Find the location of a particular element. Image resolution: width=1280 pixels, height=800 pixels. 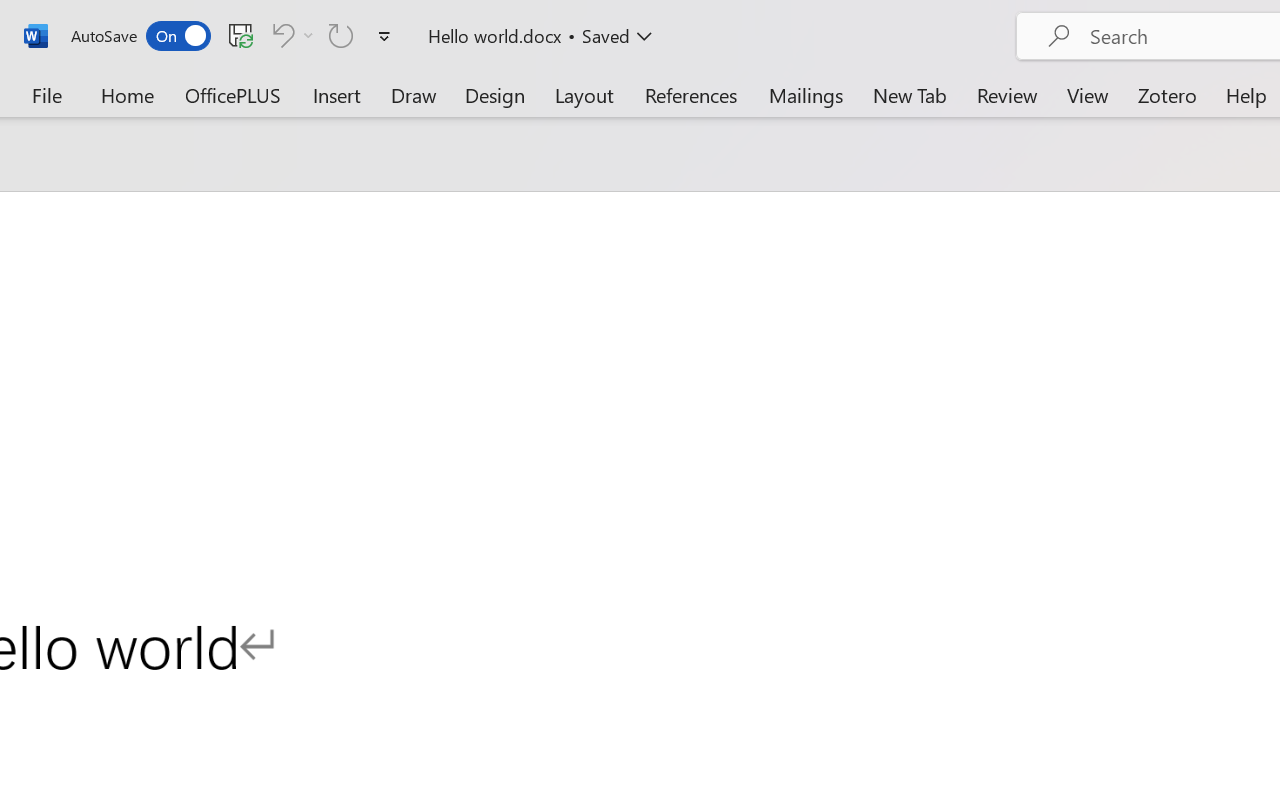

'Zotero' is located at coordinates (1167, 94).